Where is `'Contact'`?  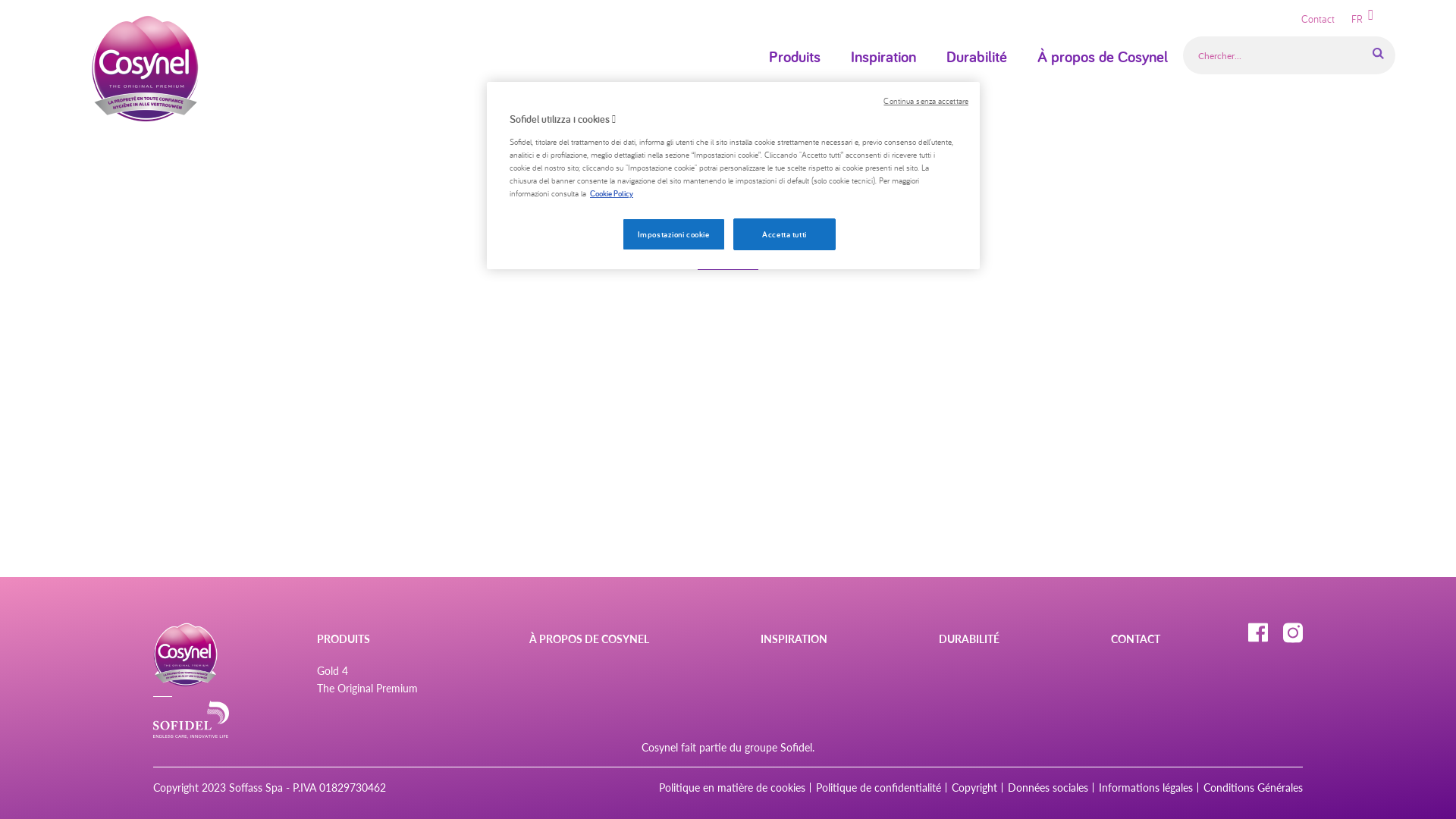 'Contact' is located at coordinates (1316, 19).